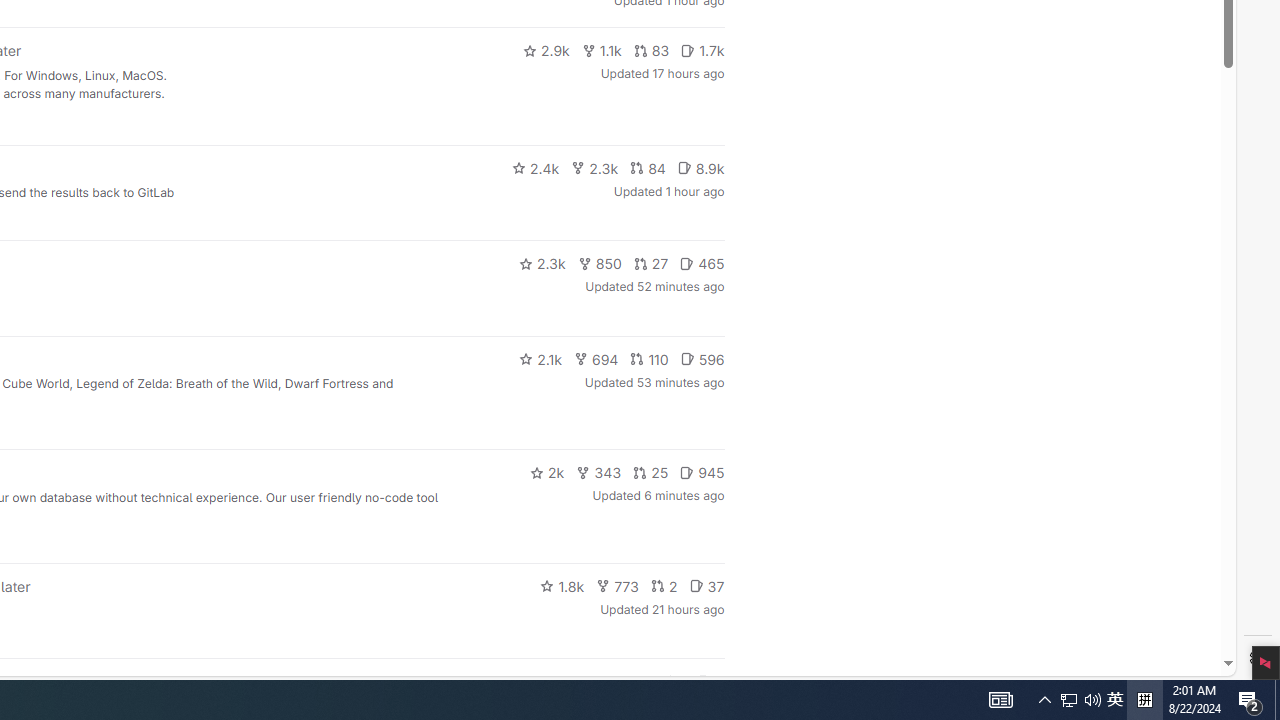 The image size is (1280, 720). I want to click on '1.1k', so click(600, 50).